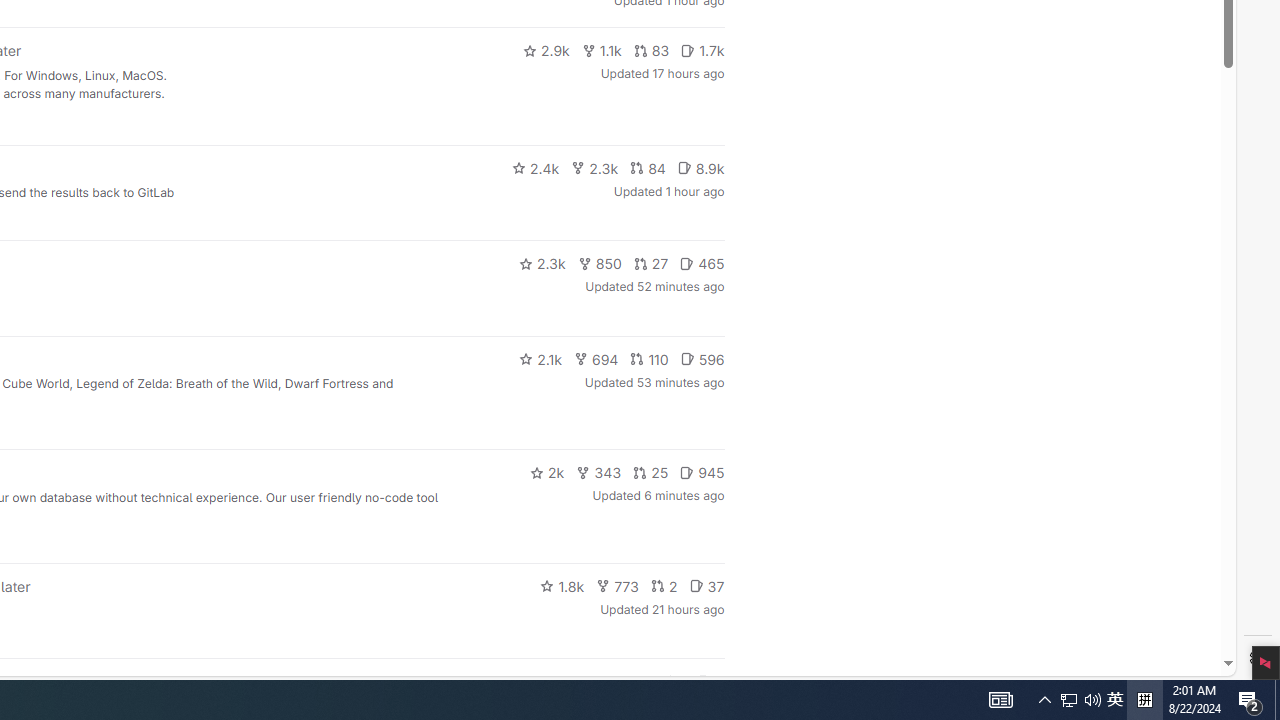 The image size is (1280, 720). I want to click on '1.1k', so click(600, 50).